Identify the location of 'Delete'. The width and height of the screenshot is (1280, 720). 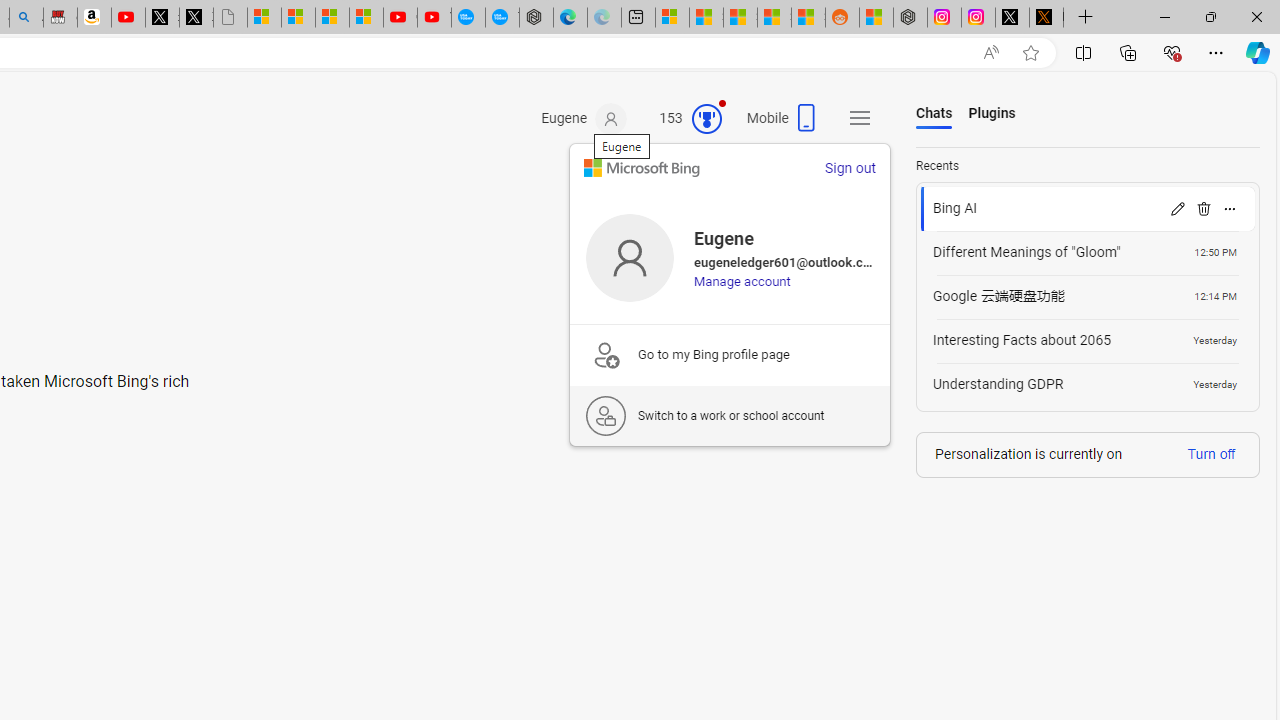
(1202, 208).